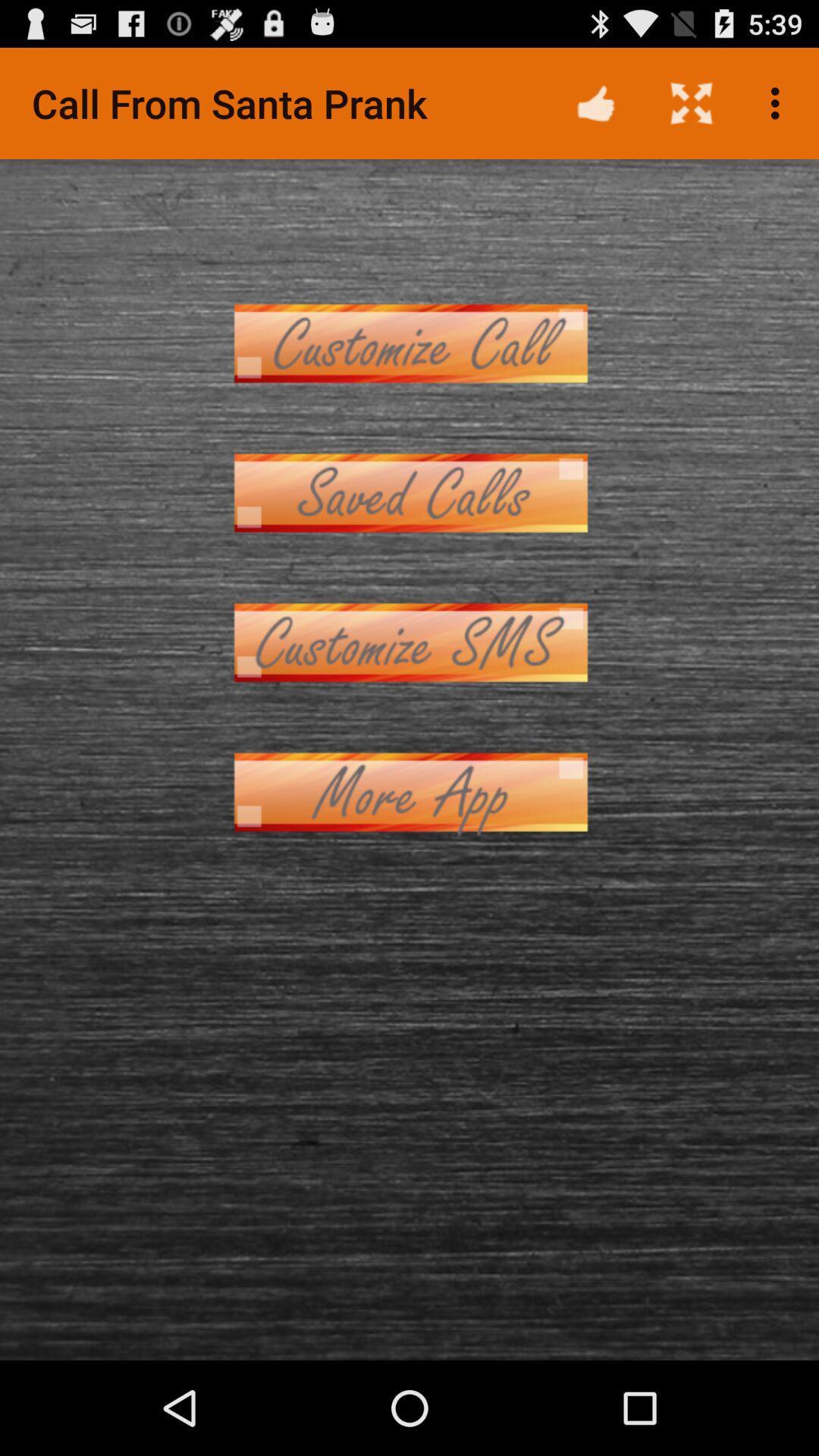  What do you see at coordinates (409, 493) in the screenshot?
I see `calls` at bounding box center [409, 493].